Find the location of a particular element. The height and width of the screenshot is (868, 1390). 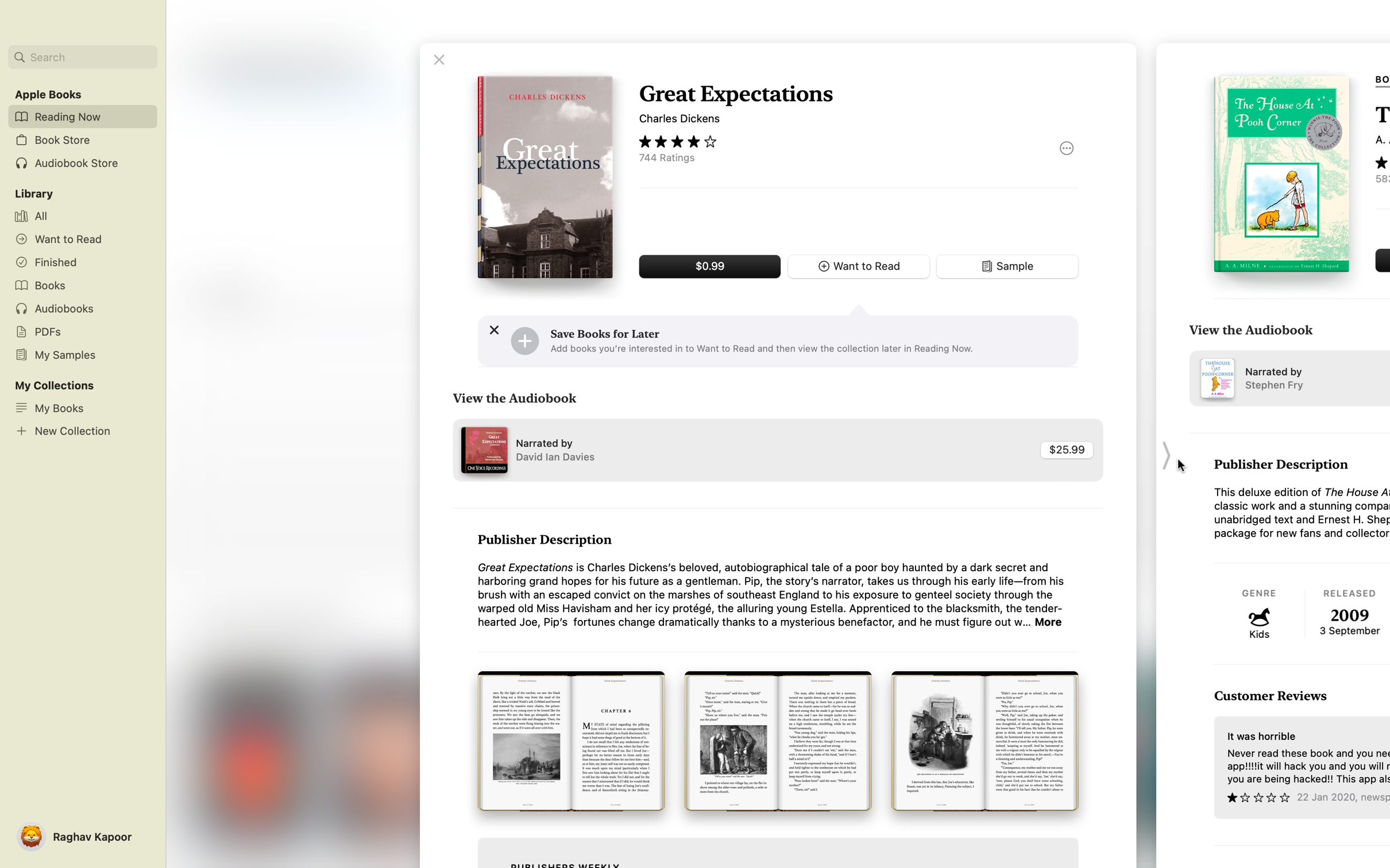

Read more about the description of the current book by publisher is located at coordinates (1049, 622).